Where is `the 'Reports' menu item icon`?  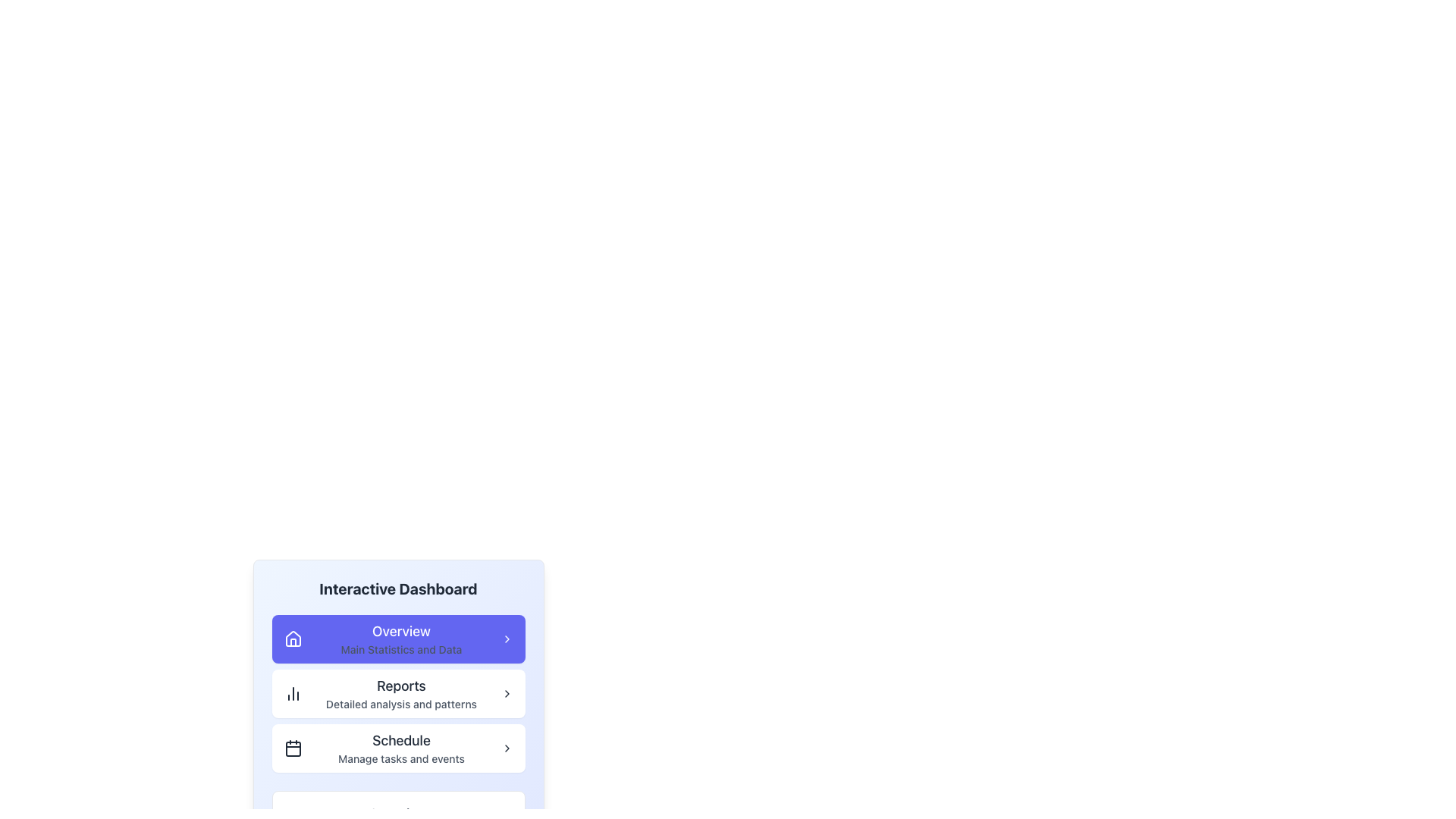
the 'Reports' menu item icon is located at coordinates (293, 693).